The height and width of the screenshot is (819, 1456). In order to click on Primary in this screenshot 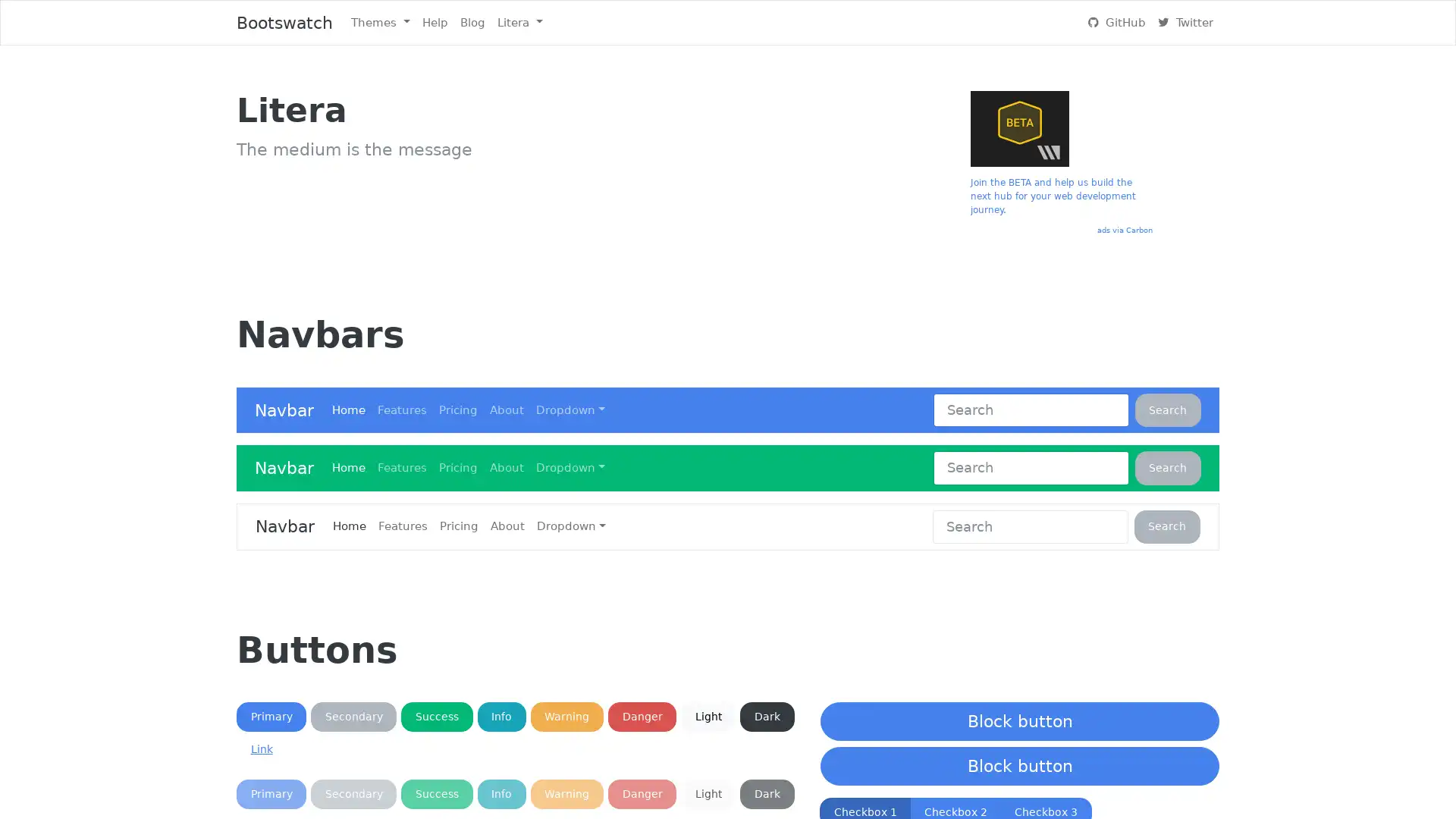, I will do `click(271, 793)`.